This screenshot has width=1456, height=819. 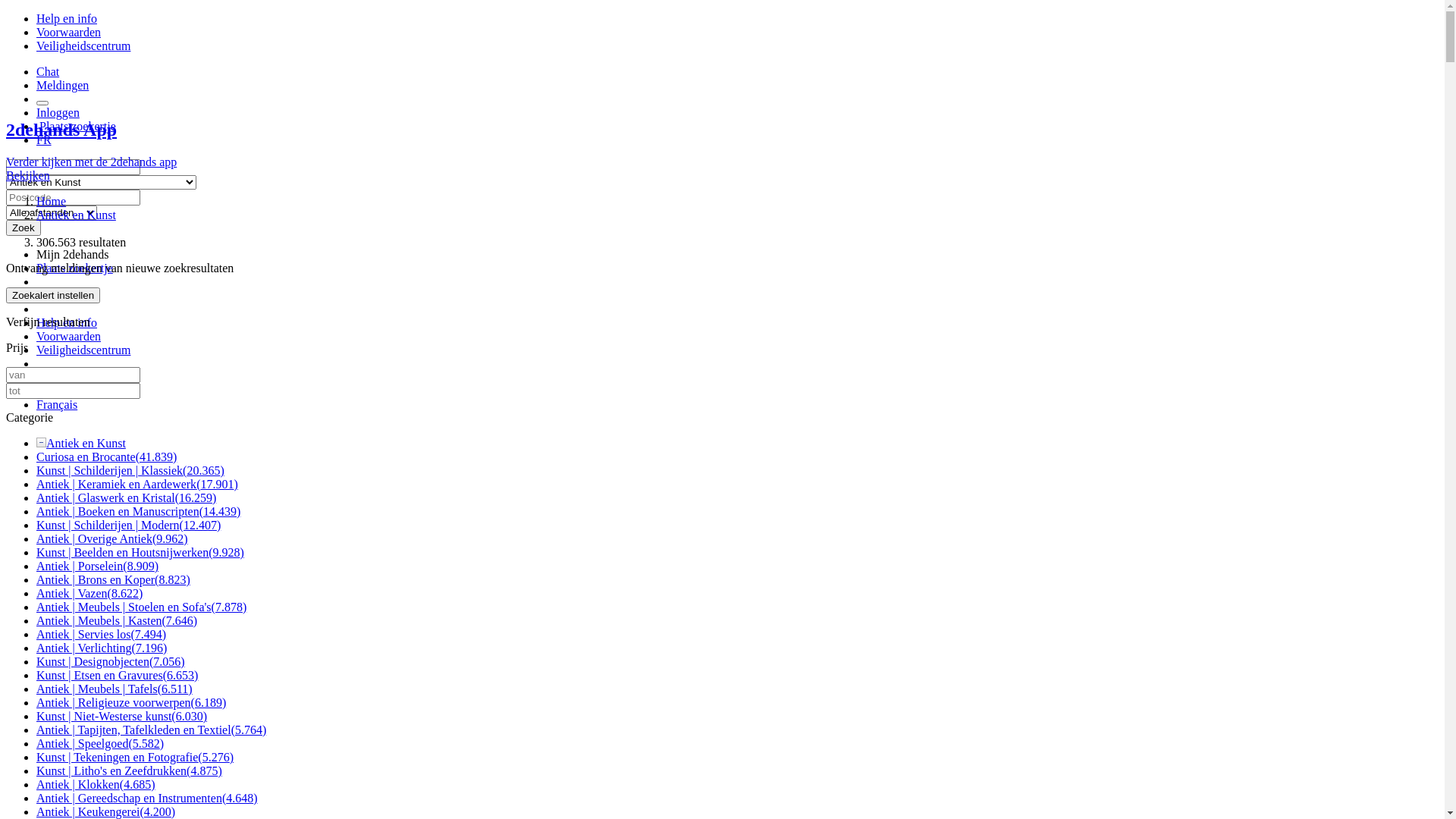 I want to click on 'Antiek | Meubels | Kasten(7.646)', so click(x=115, y=620).